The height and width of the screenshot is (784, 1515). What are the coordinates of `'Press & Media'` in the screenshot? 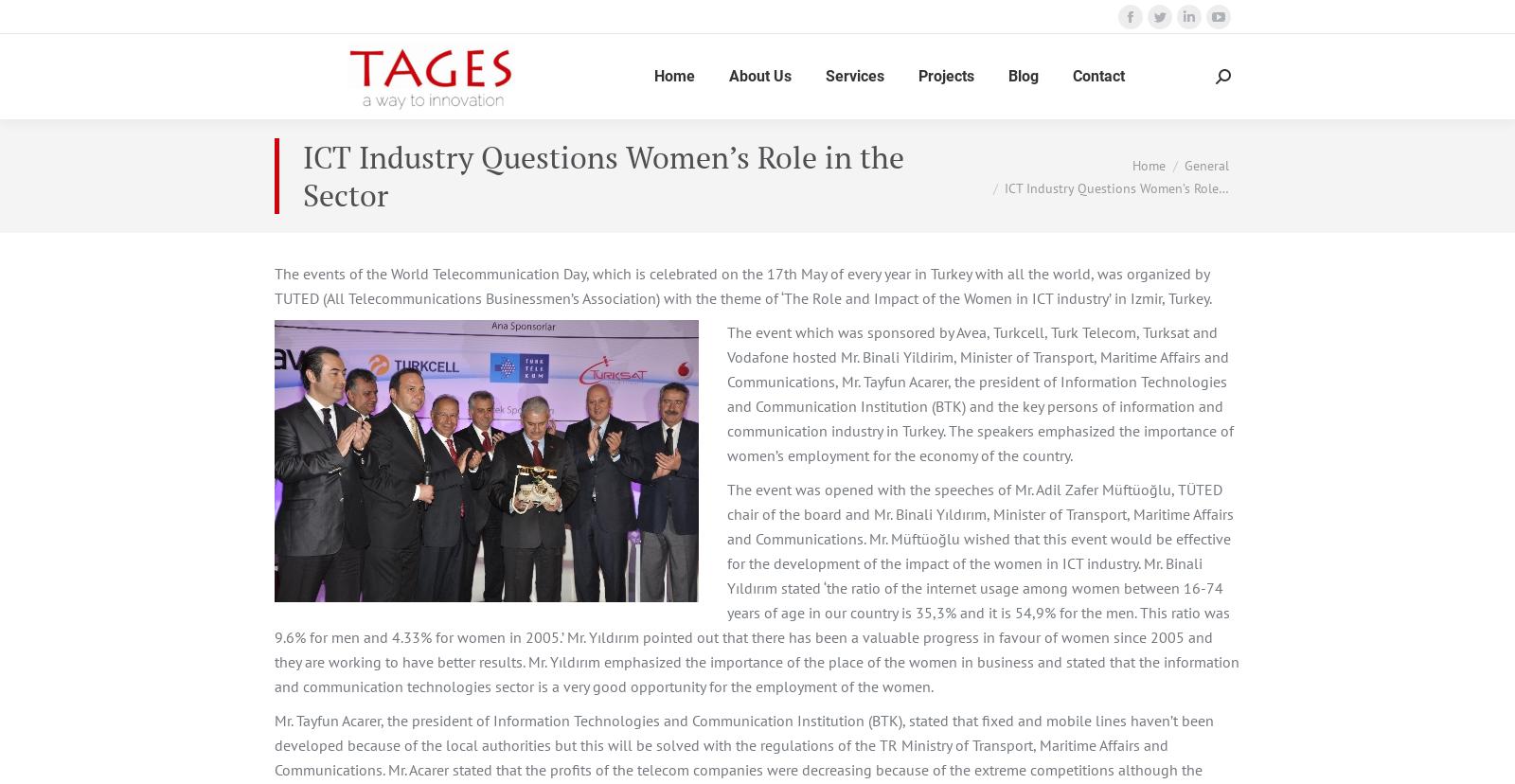 It's located at (769, 330).